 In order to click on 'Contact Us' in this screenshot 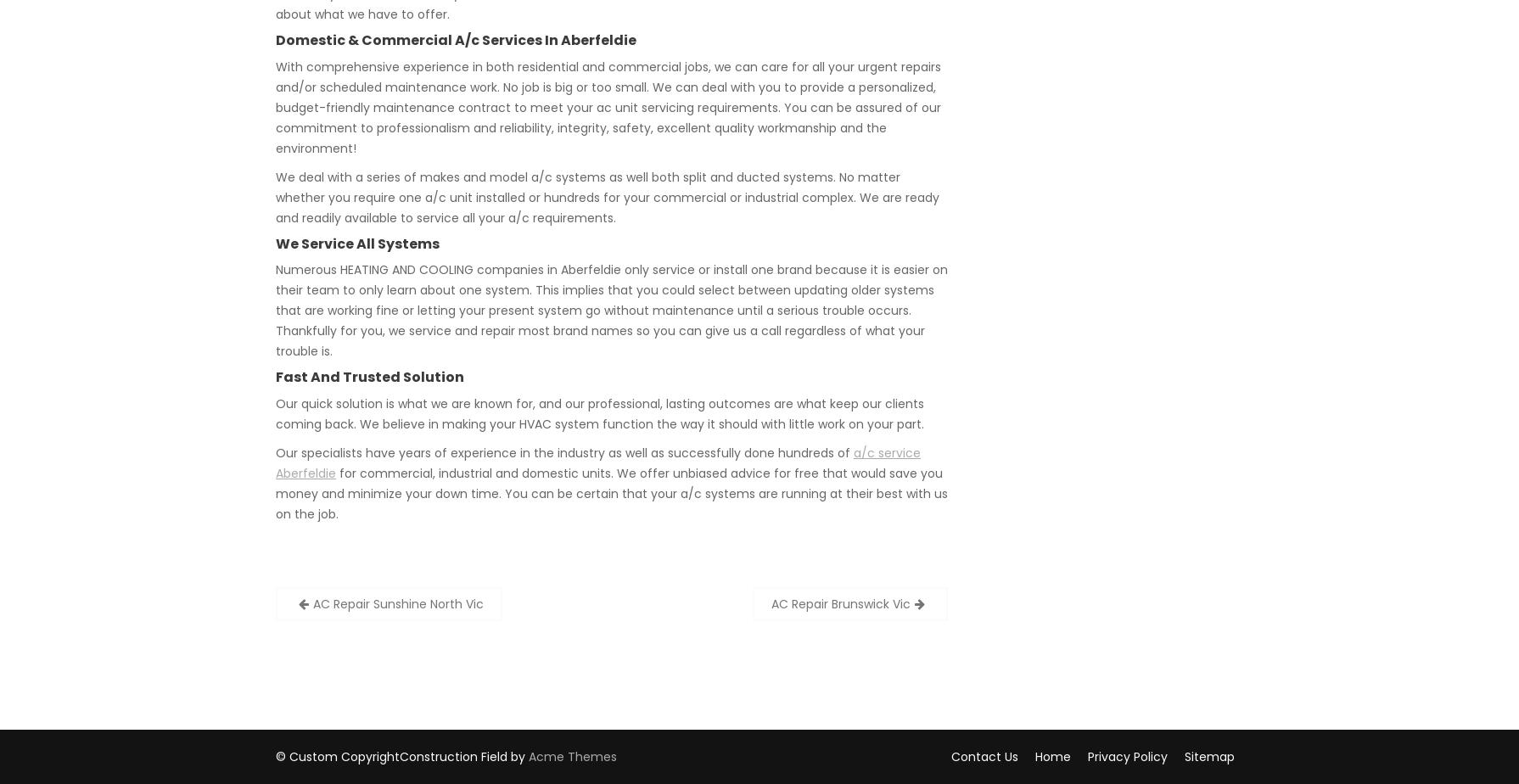, I will do `click(951, 756)`.